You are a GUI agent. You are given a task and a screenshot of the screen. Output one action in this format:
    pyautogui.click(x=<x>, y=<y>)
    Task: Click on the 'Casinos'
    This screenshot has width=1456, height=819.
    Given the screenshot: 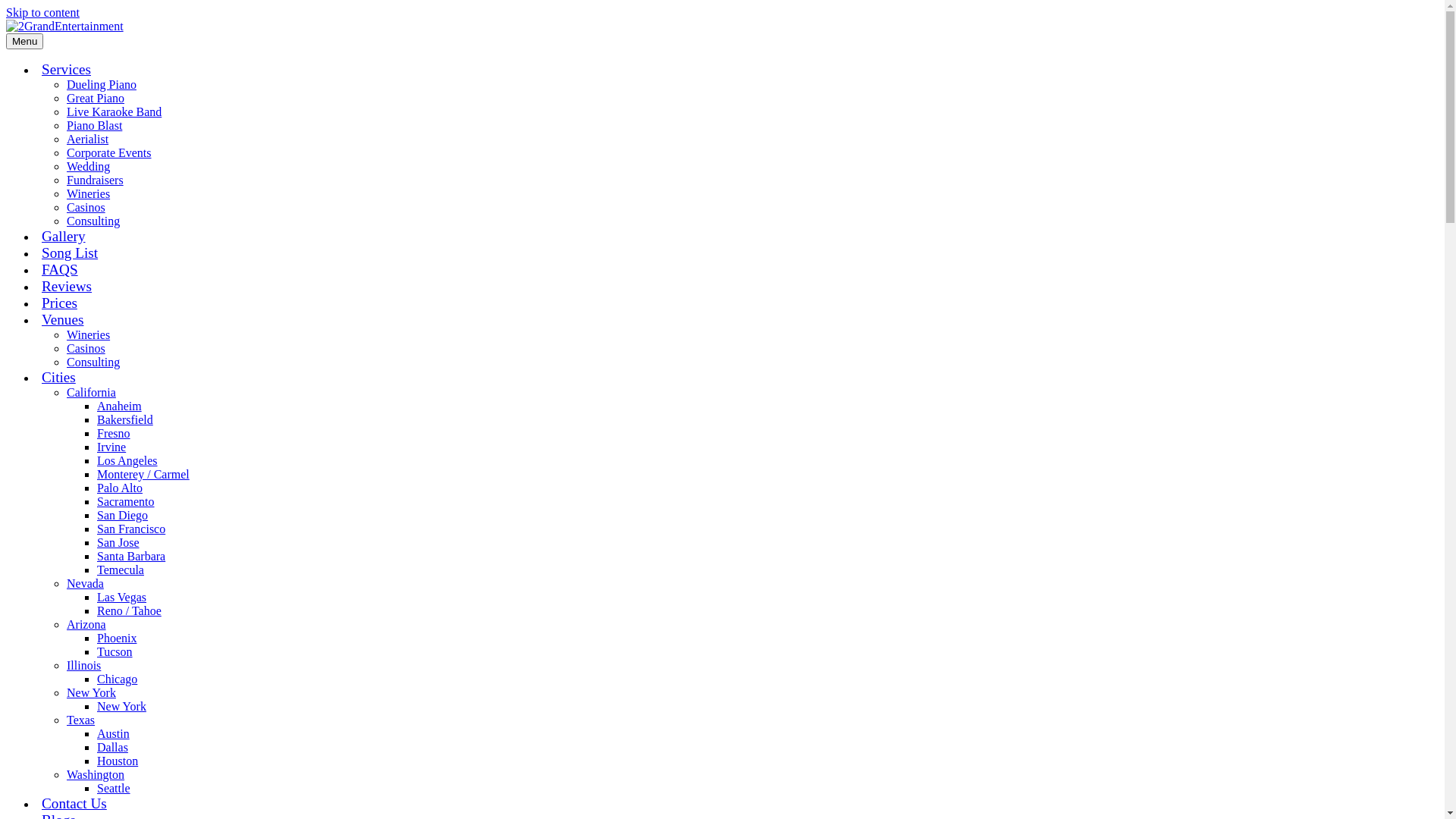 What is the action you would take?
    pyautogui.click(x=85, y=348)
    